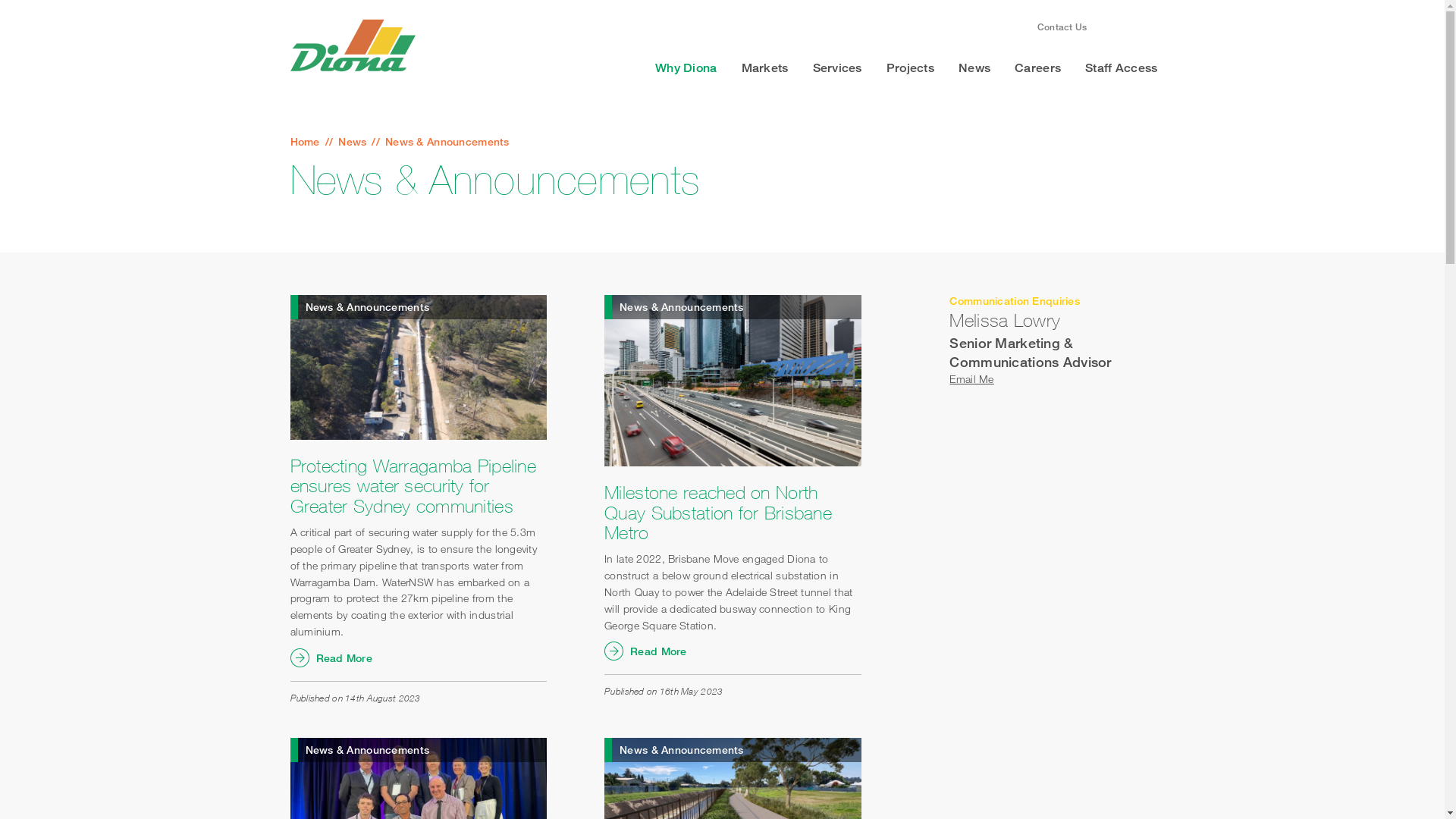 The image size is (1456, 819). What do you see at coordinates (1062, 27) in the screenshot?
I see `'Contact Us'` at bounding box center [1062, 27].